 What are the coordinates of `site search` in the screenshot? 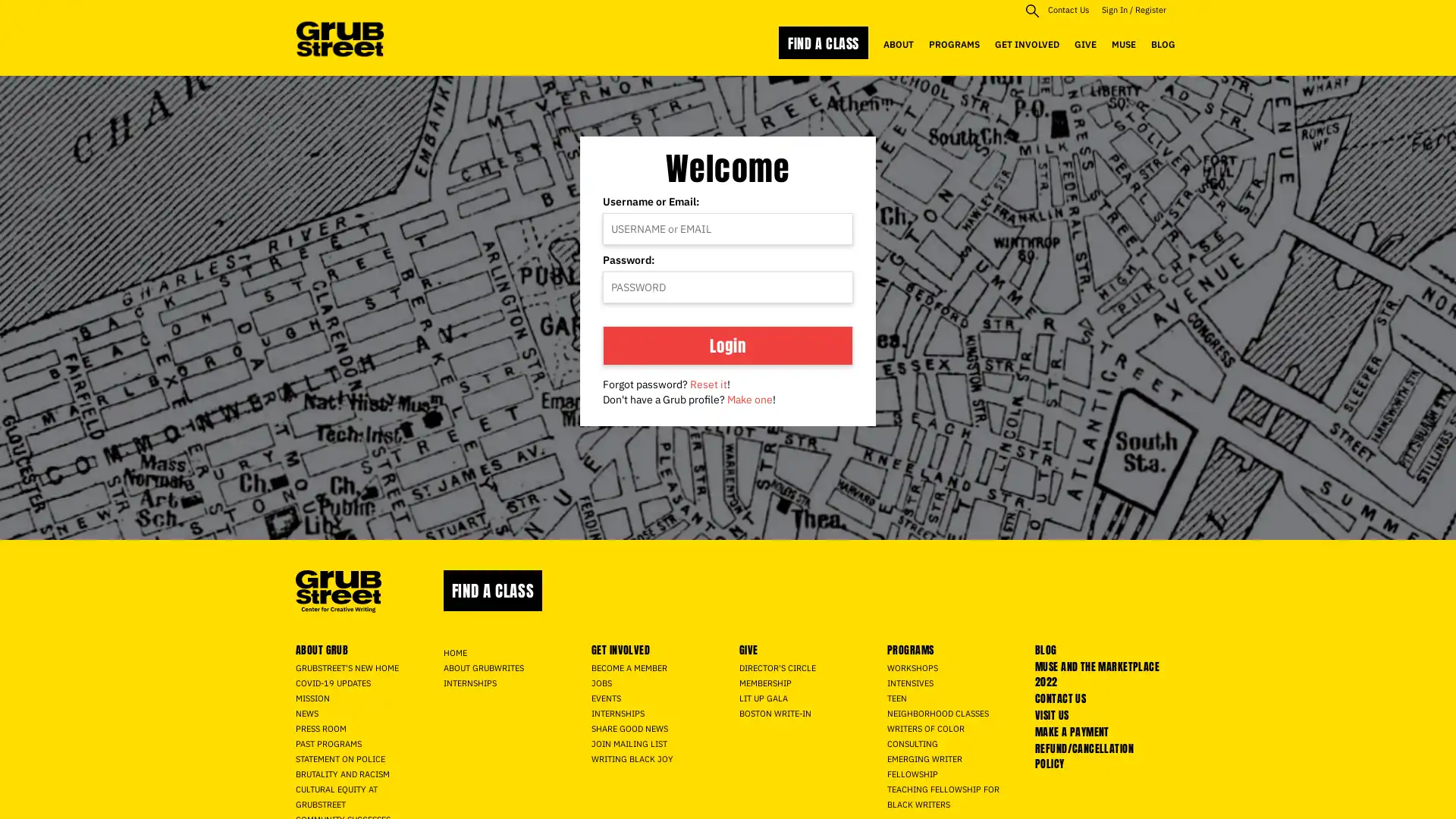 It's located at (1031, 10).